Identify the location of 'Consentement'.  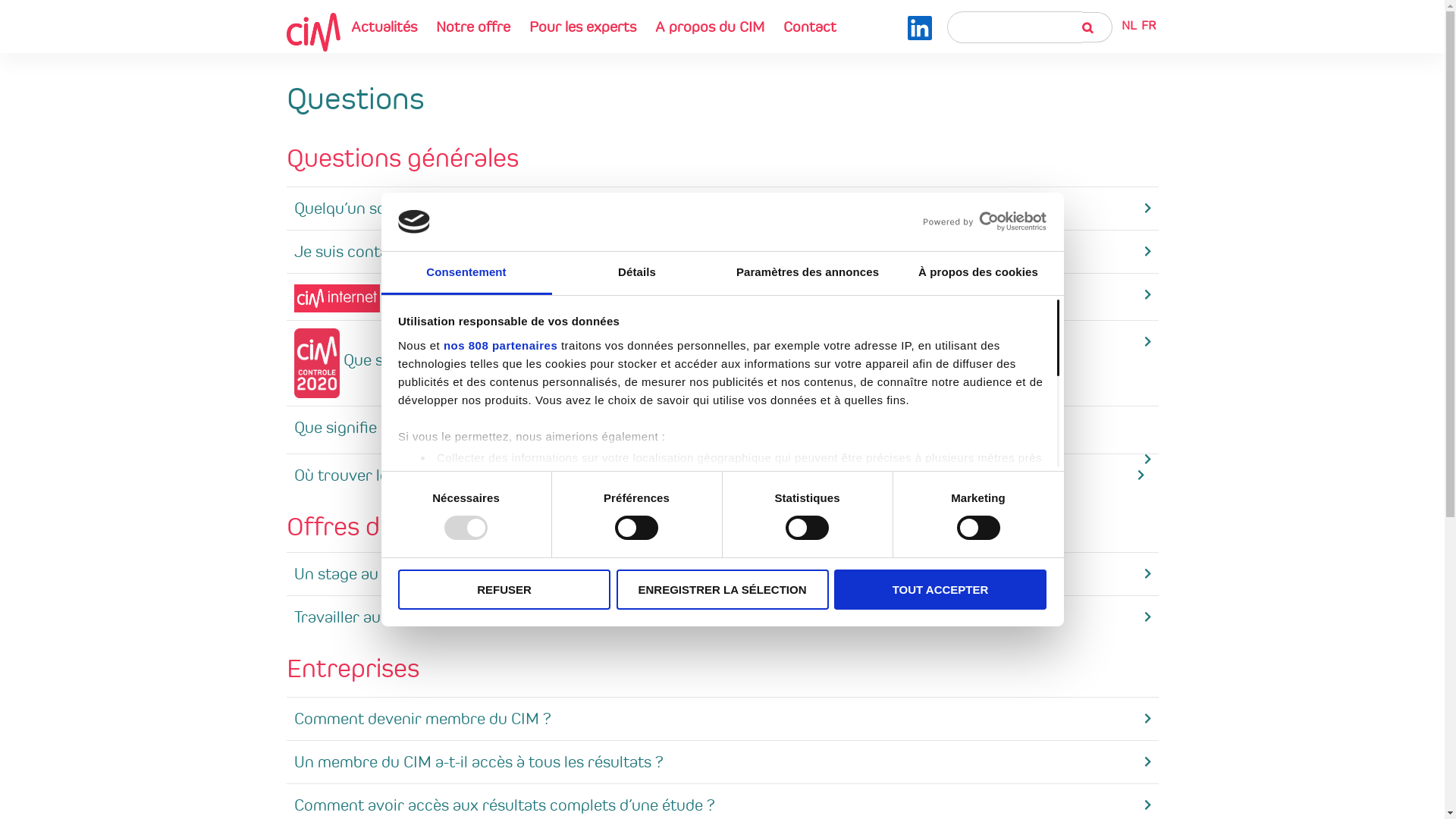
(465, 273).